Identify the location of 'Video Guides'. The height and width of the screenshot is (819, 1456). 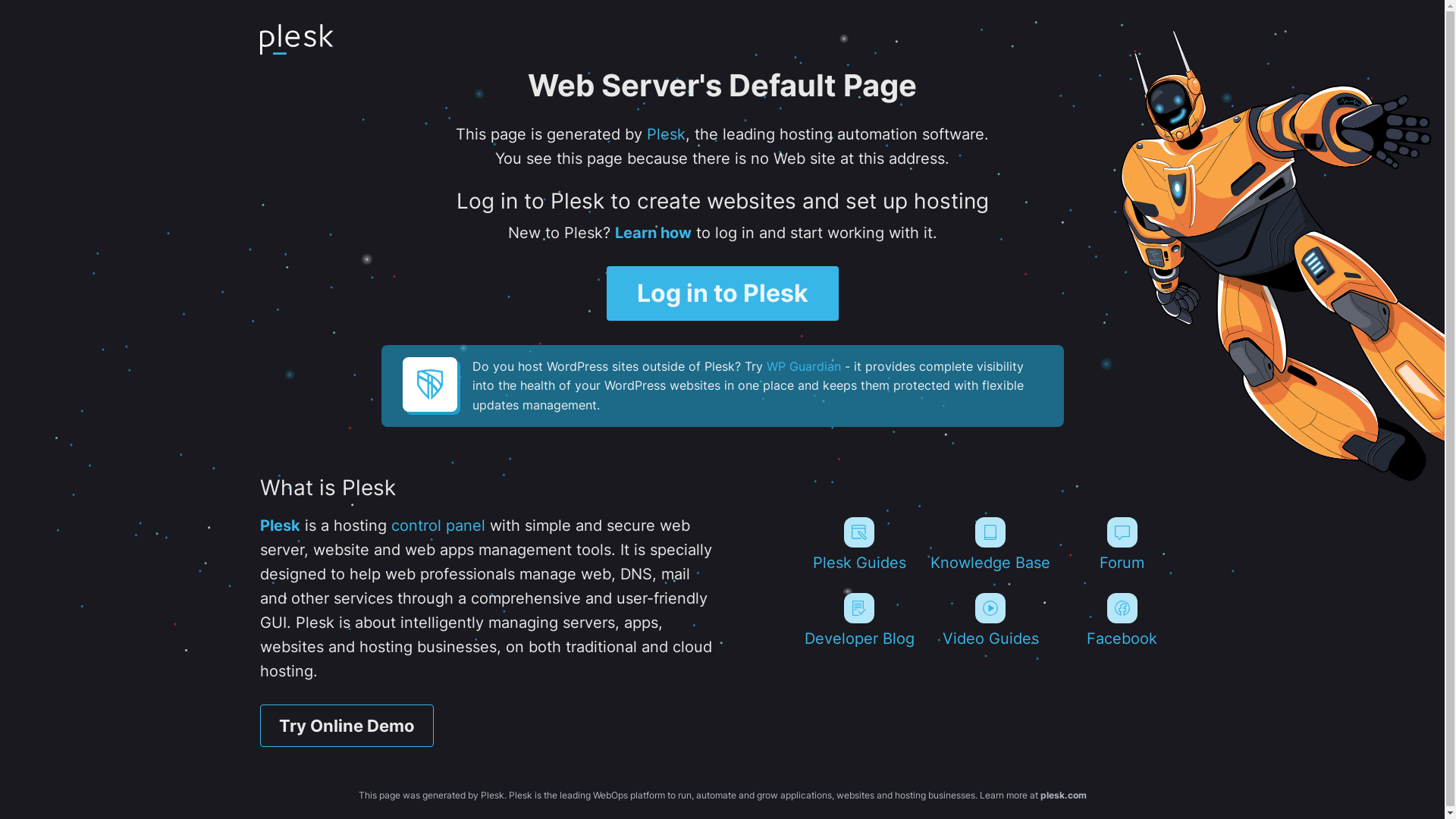
(927, 620).